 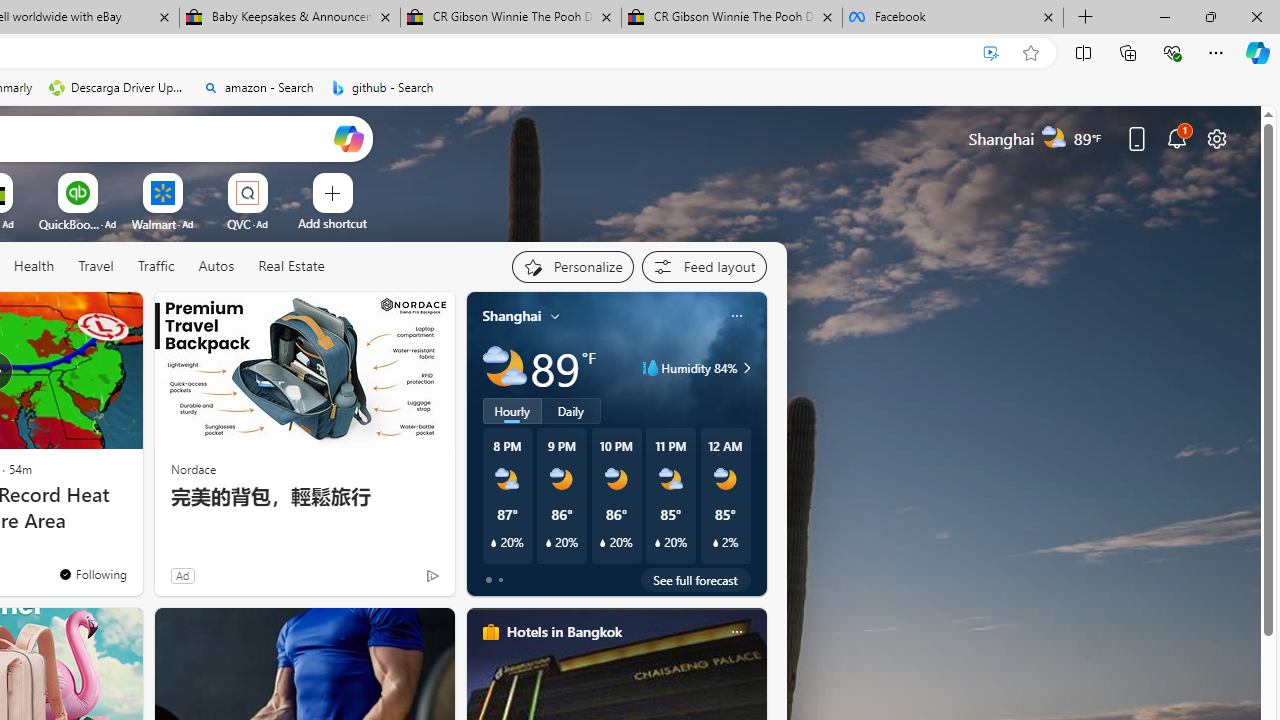 I want to click on 'tab-0', so click(x=488, y=579).